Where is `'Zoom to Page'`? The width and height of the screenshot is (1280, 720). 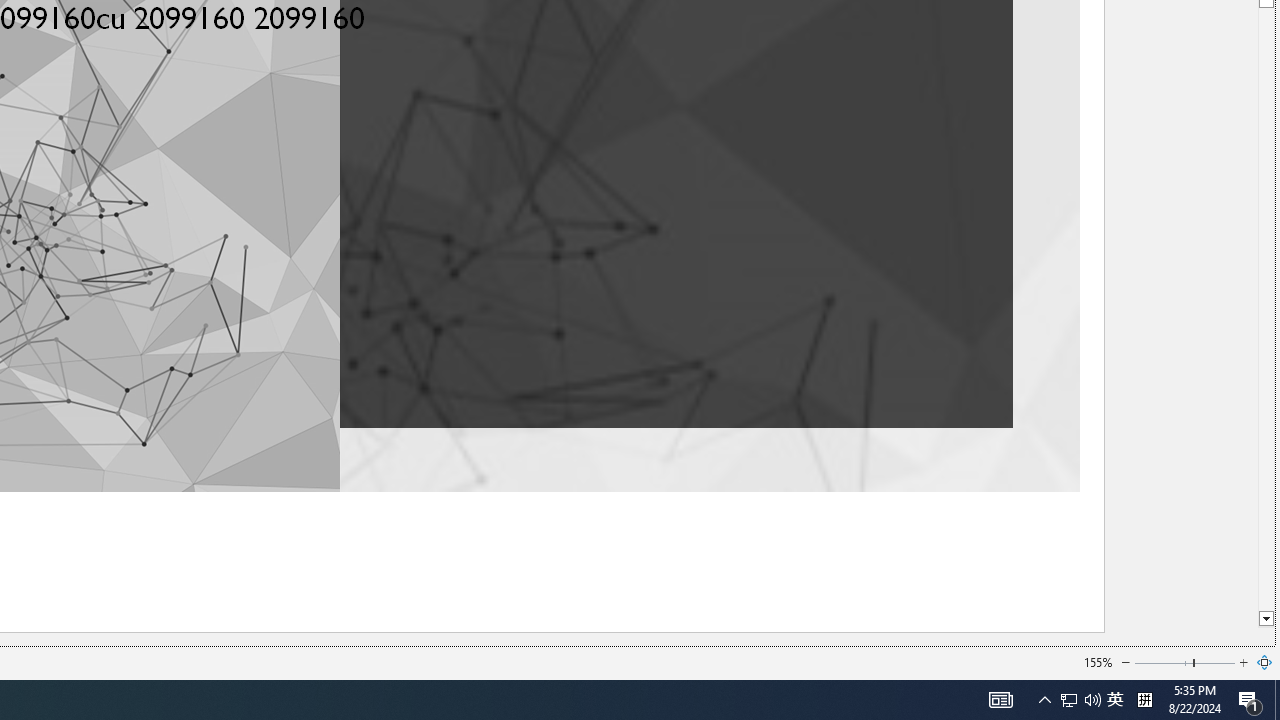 'Zoom to Page' is located at coordinates (1264, 663).